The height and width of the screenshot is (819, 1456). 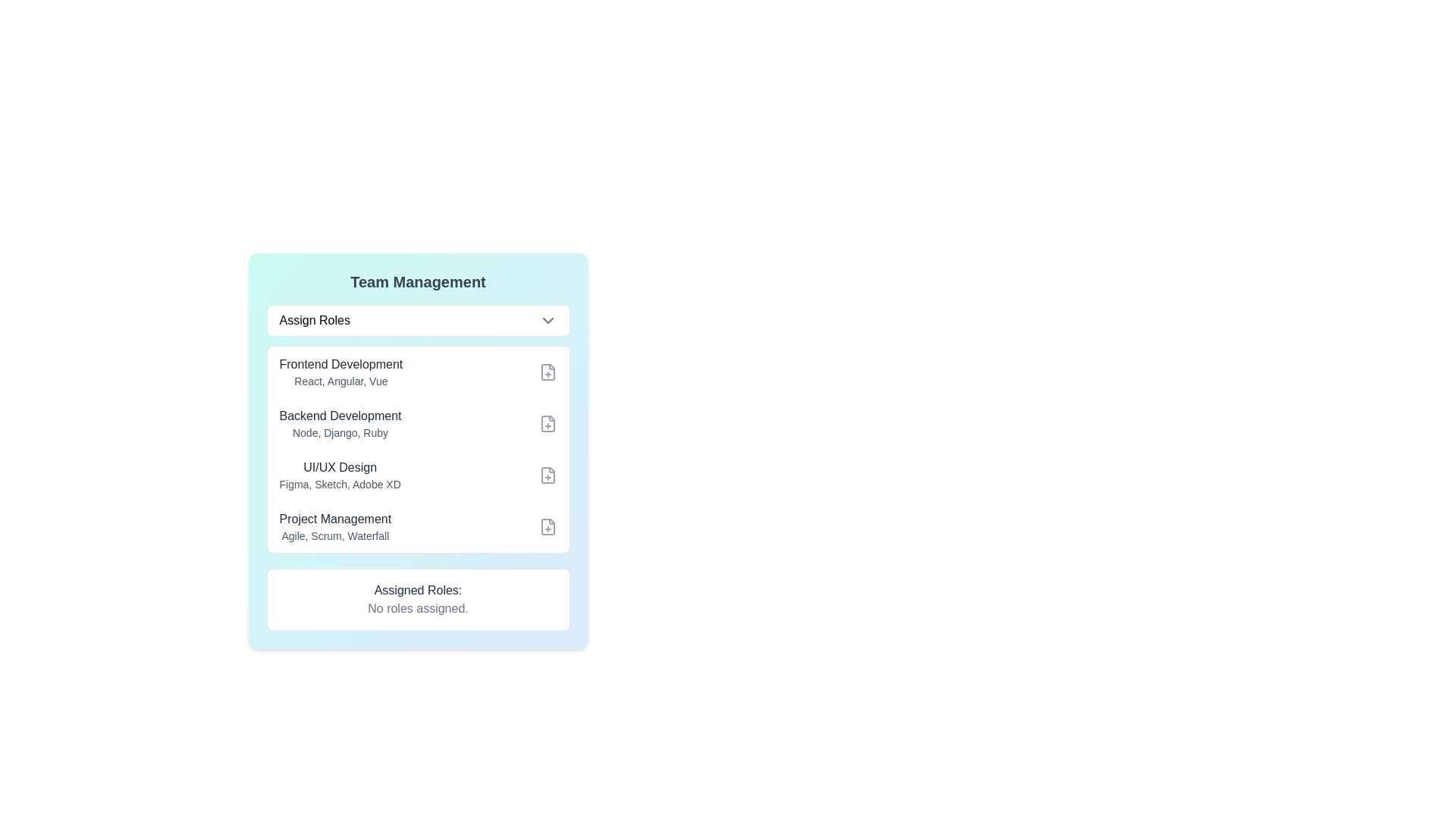 I want to click on the static text display that shows 'No roles assigned.' which is located under the 'Assigned Roles:' label in the panel, so click(x=418, y=607).